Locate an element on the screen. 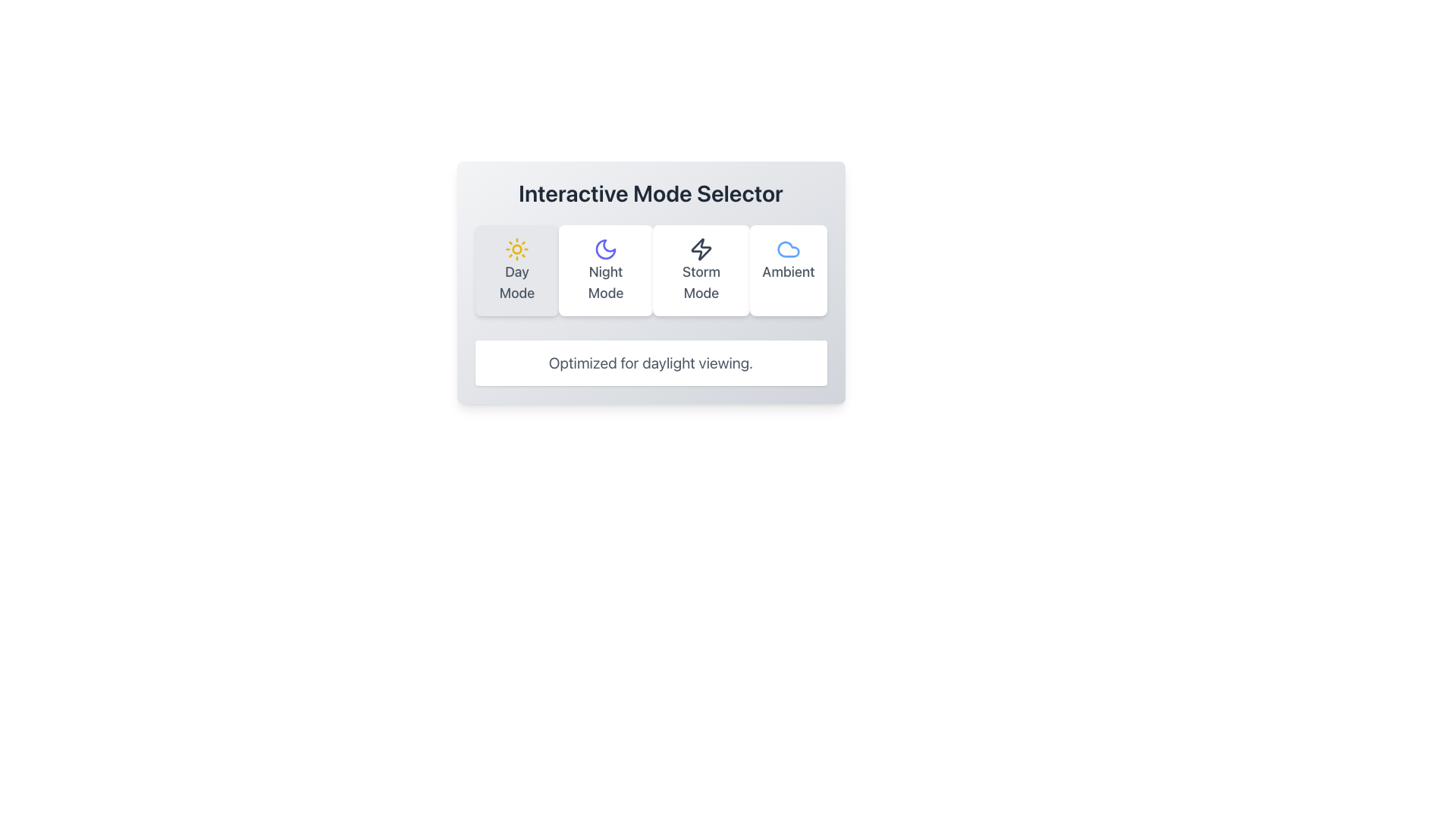  the 'Storm Mode' button, which is a rectangular button with a white background, rounded corners, a lightning bolt icon at the top, and the label 'Storm Mode' underneath is located at coordinates (701, 270).